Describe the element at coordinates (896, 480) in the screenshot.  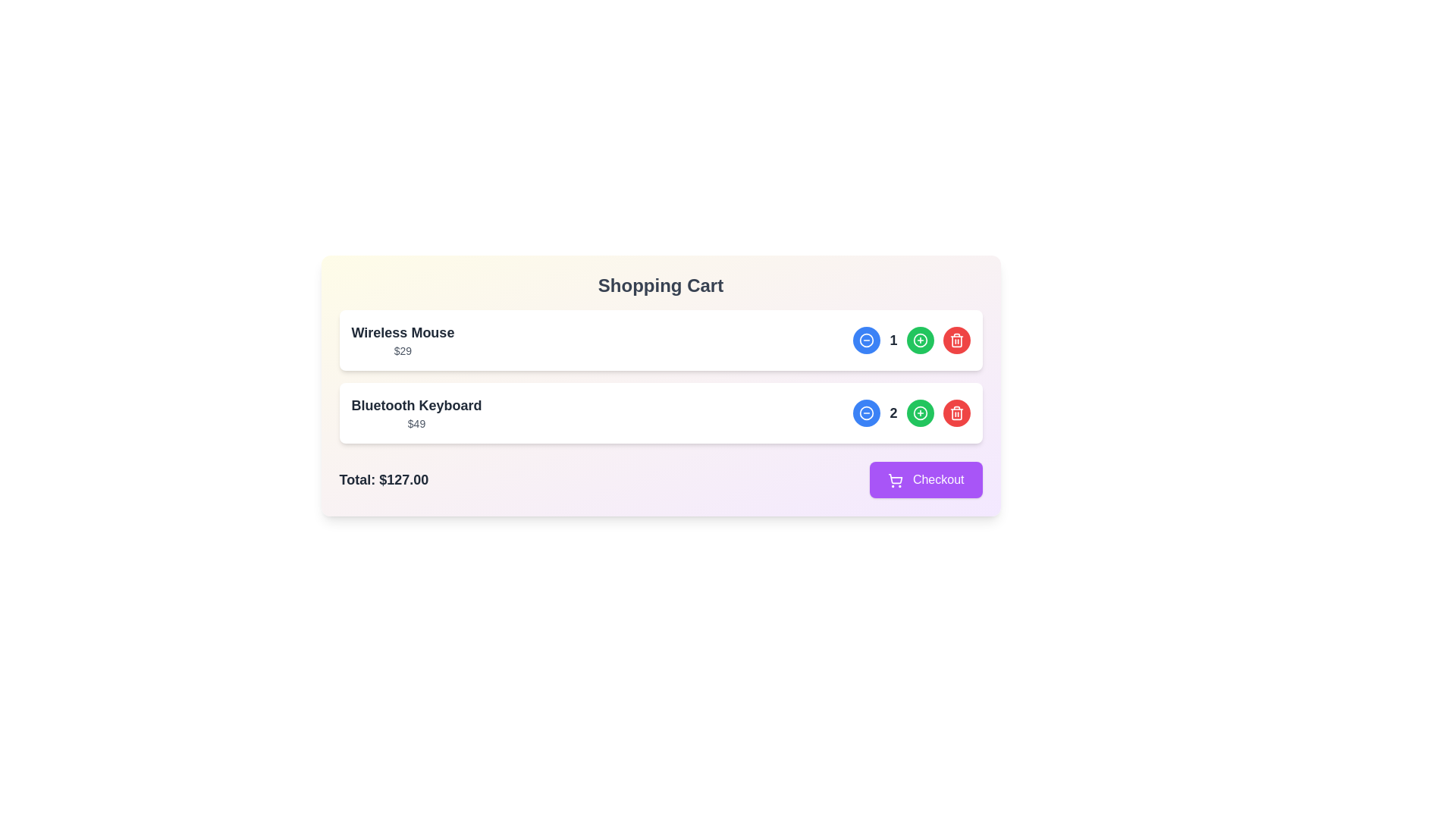
I see `the shopping cart icon, which is the leftmost item inside the purple 'Checkout' button located at the bottom-right corner` at that location.